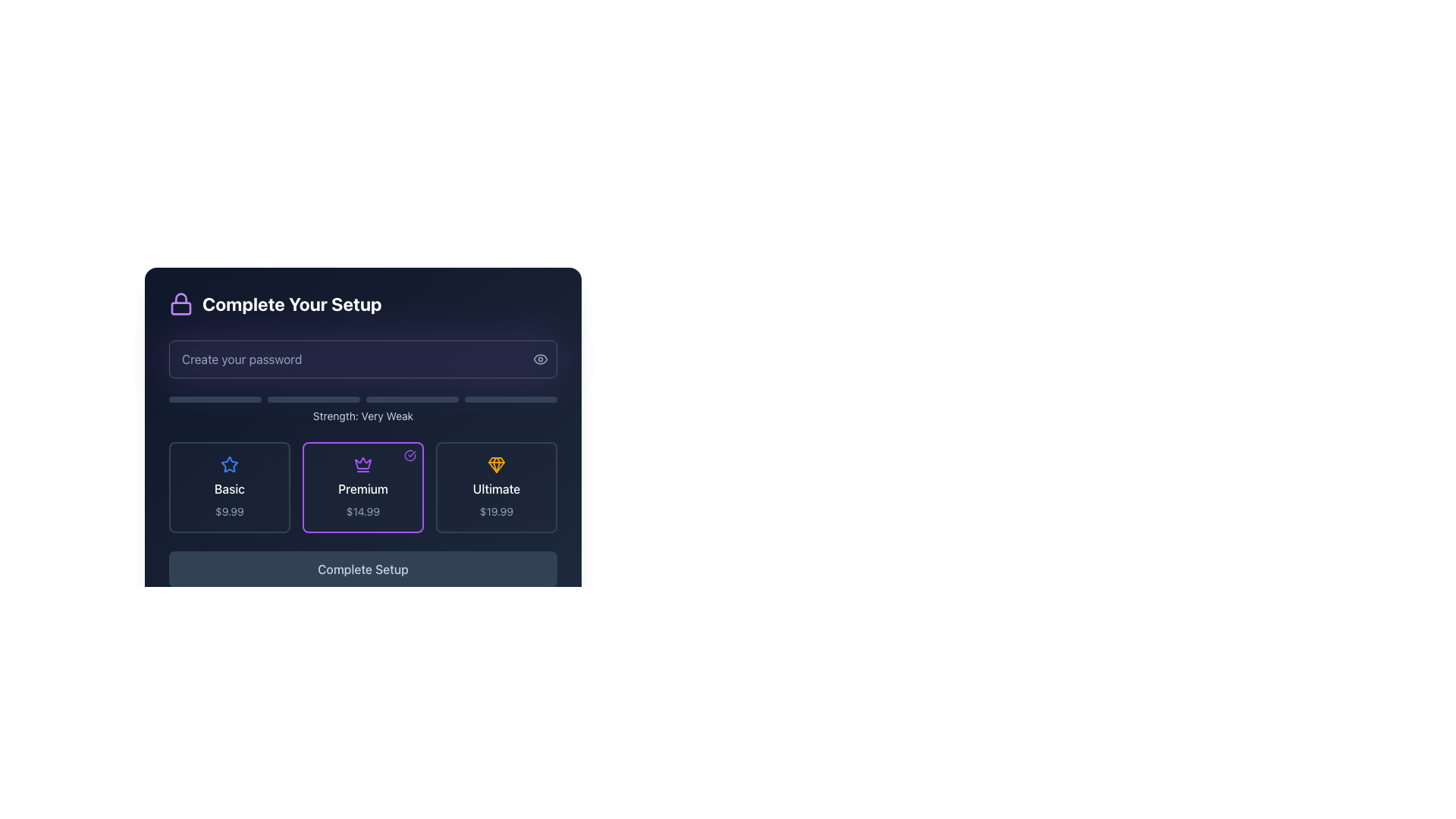 This screenshot has width=1456, height=819. What do you see at coordinates (214, 399) in the screenshot?
I see `the first segment of the progress bar located below the password input field, which serves as a visual indicator for password strength` at bounding box center [214, 399].